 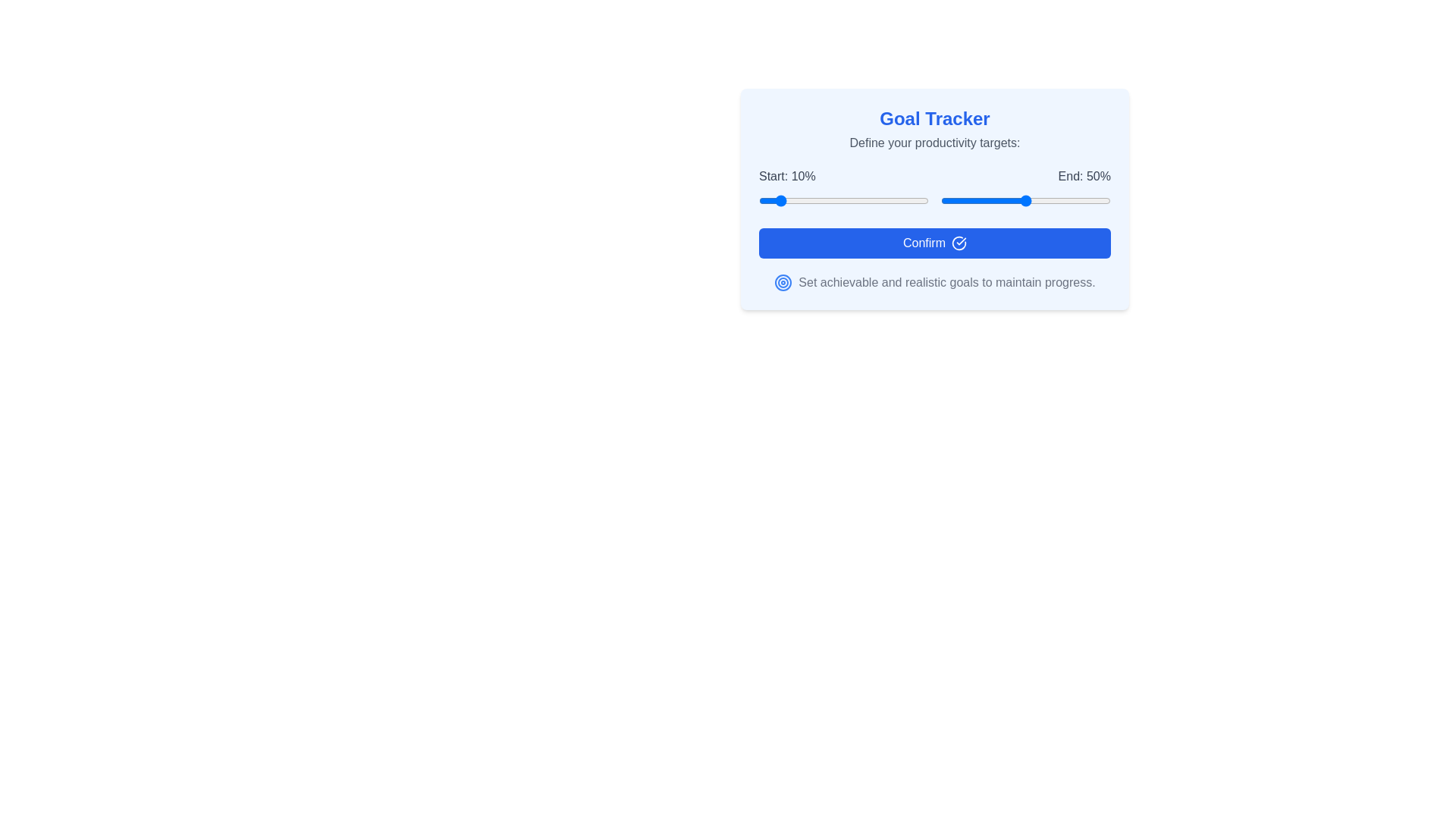 I want to click on the slider value, so click(x=891, y=200).